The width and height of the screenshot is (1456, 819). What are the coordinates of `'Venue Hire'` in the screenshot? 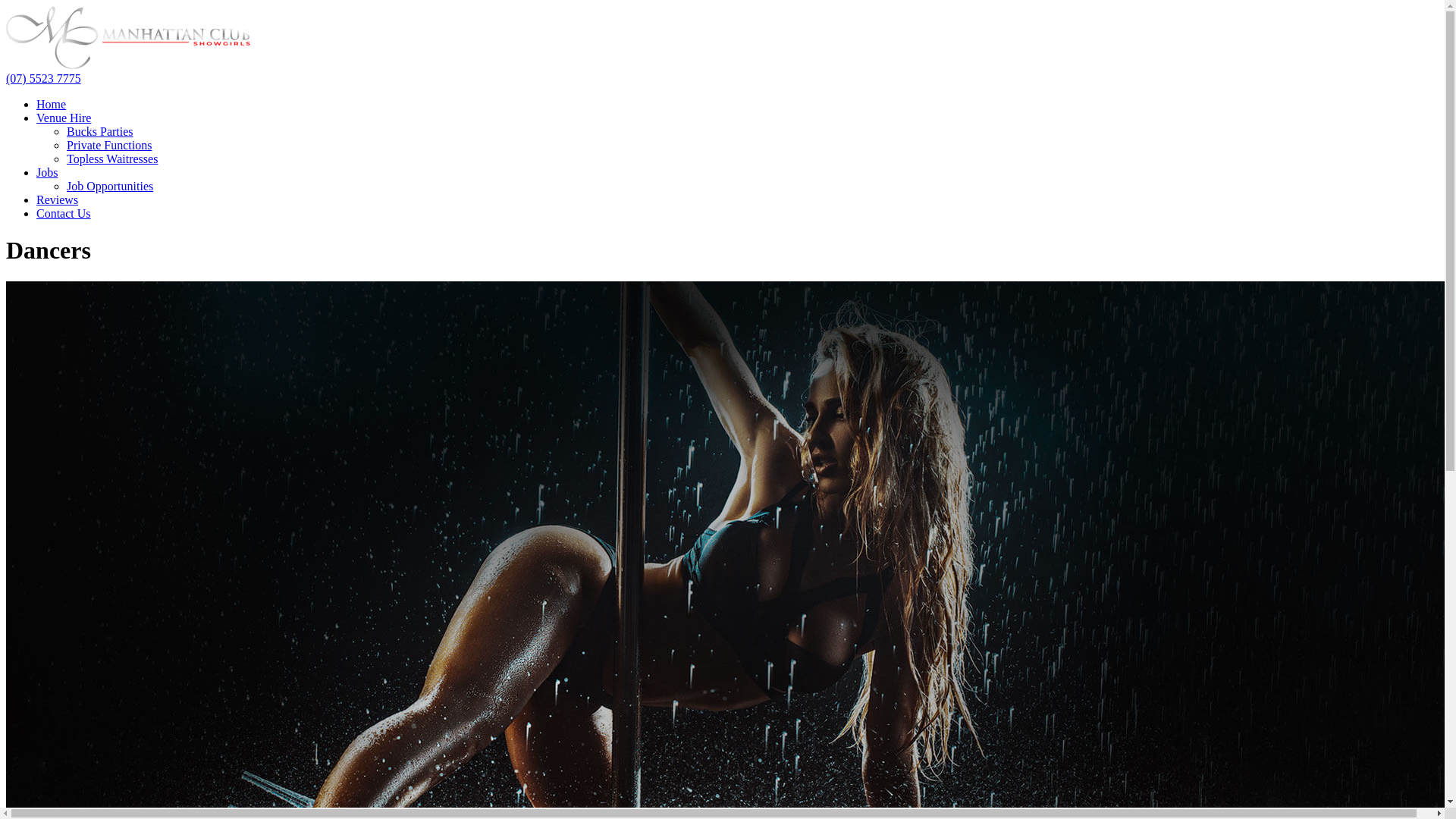 It's located at (62, 117).